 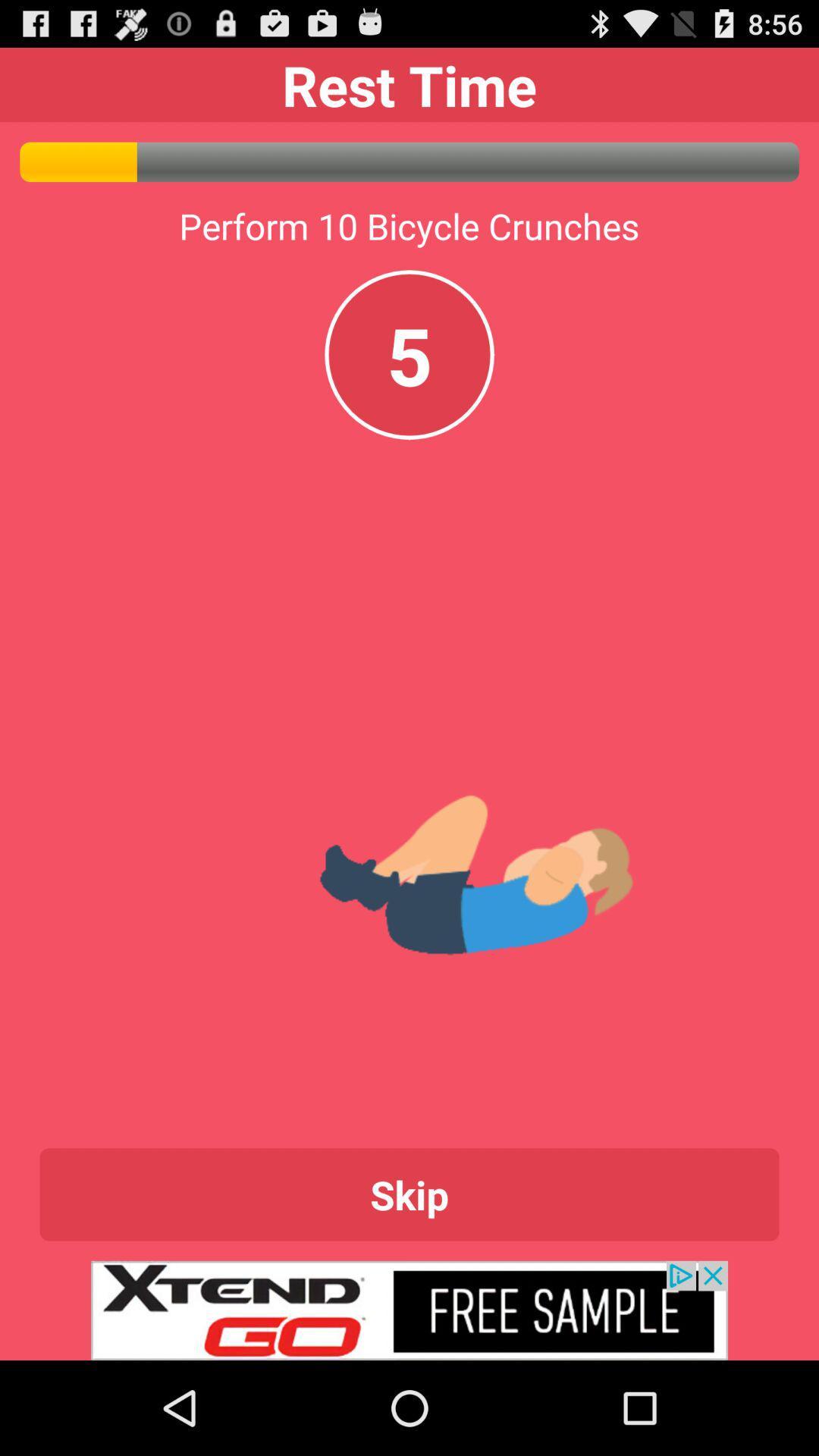 What do you see at coordinates (409, 1310) in the screenshot?
I see `clickable advertisement` at bounding box center [409, 1310].